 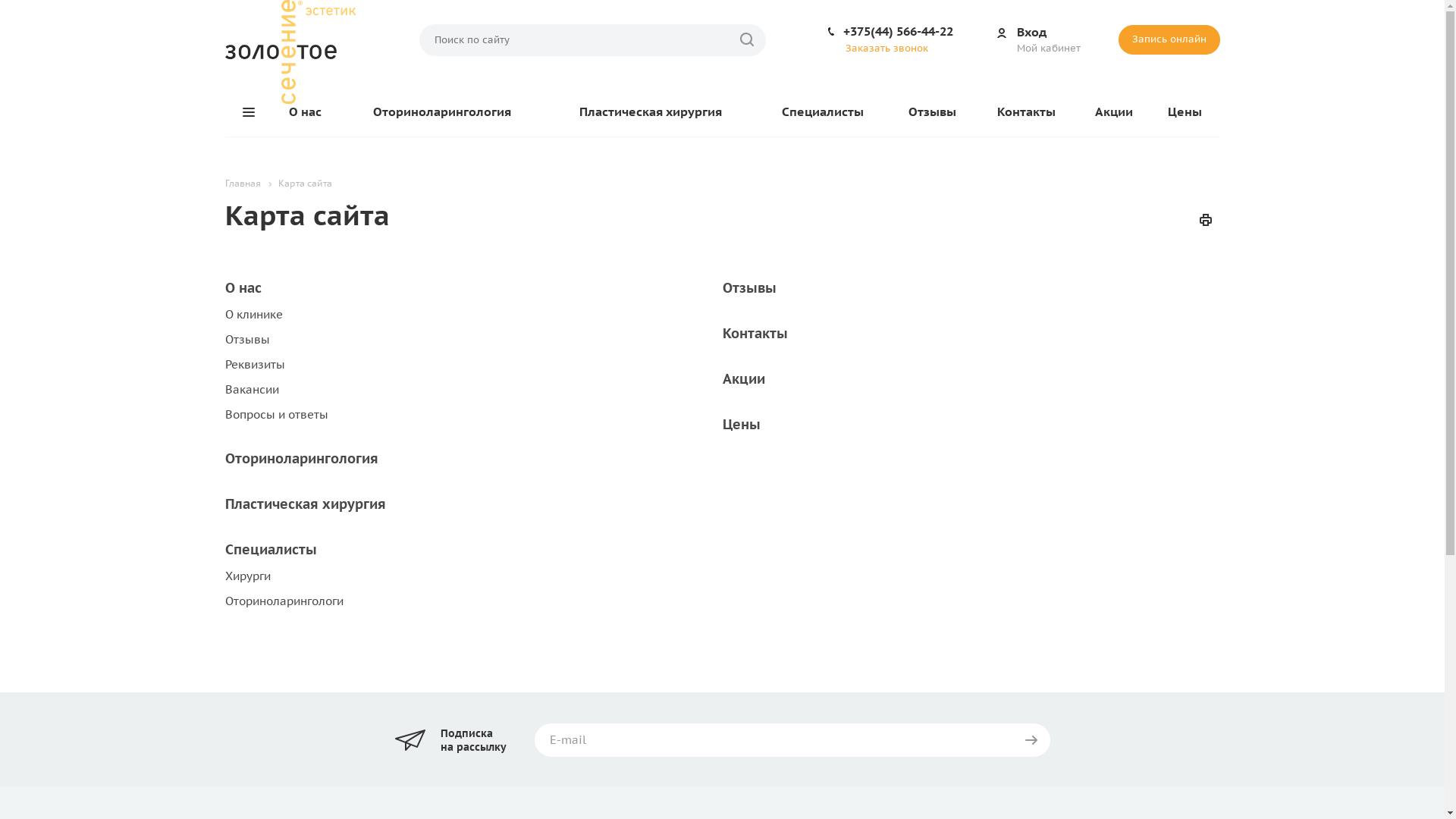 What do you see at coordinates (290, 51) in the screenshot?
I see `'LOR'` at bounding box center [290, 51].